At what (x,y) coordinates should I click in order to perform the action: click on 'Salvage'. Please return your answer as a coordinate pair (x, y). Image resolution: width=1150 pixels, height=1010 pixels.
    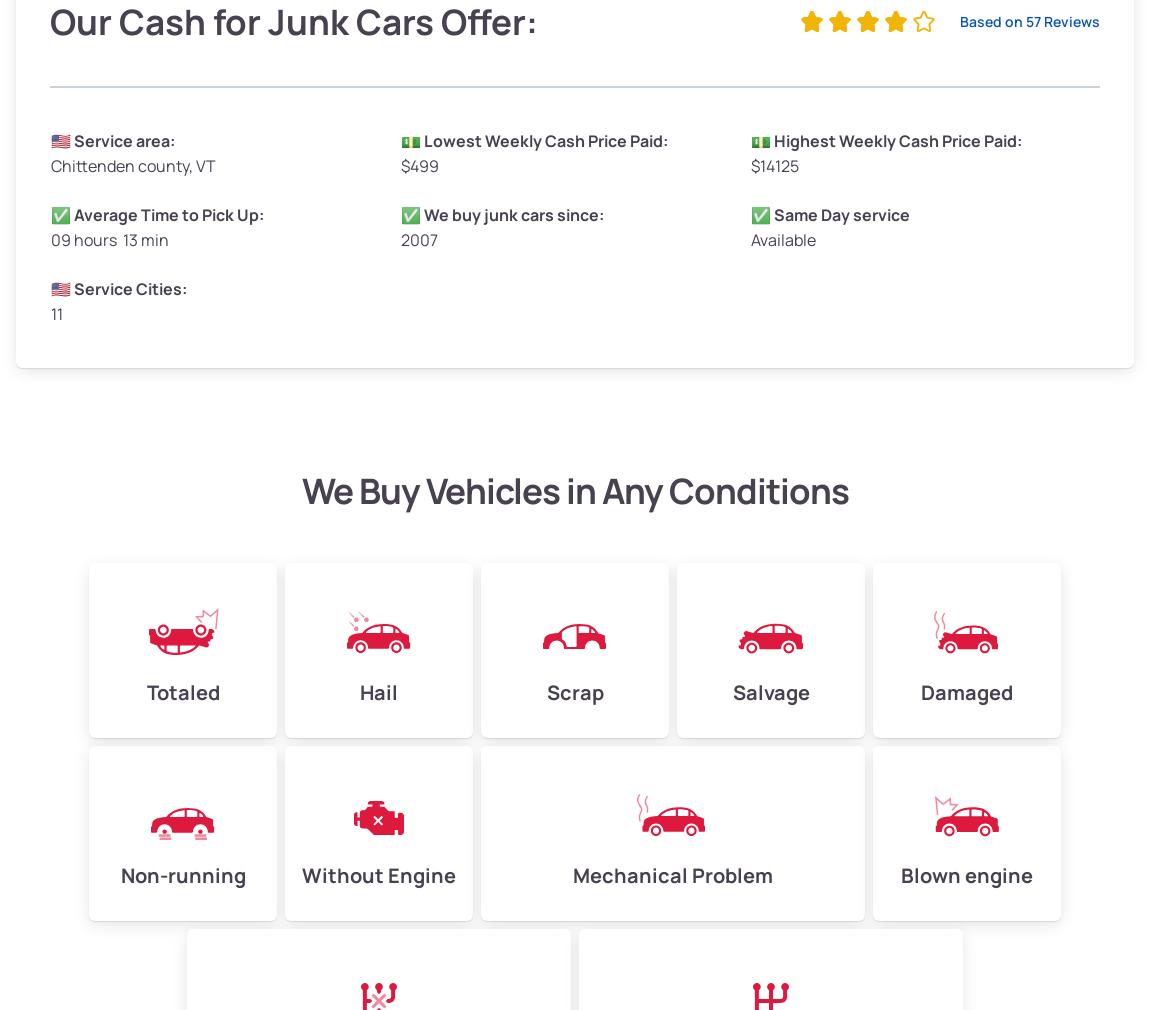
    Looking at the image, I should click on (769, 691).